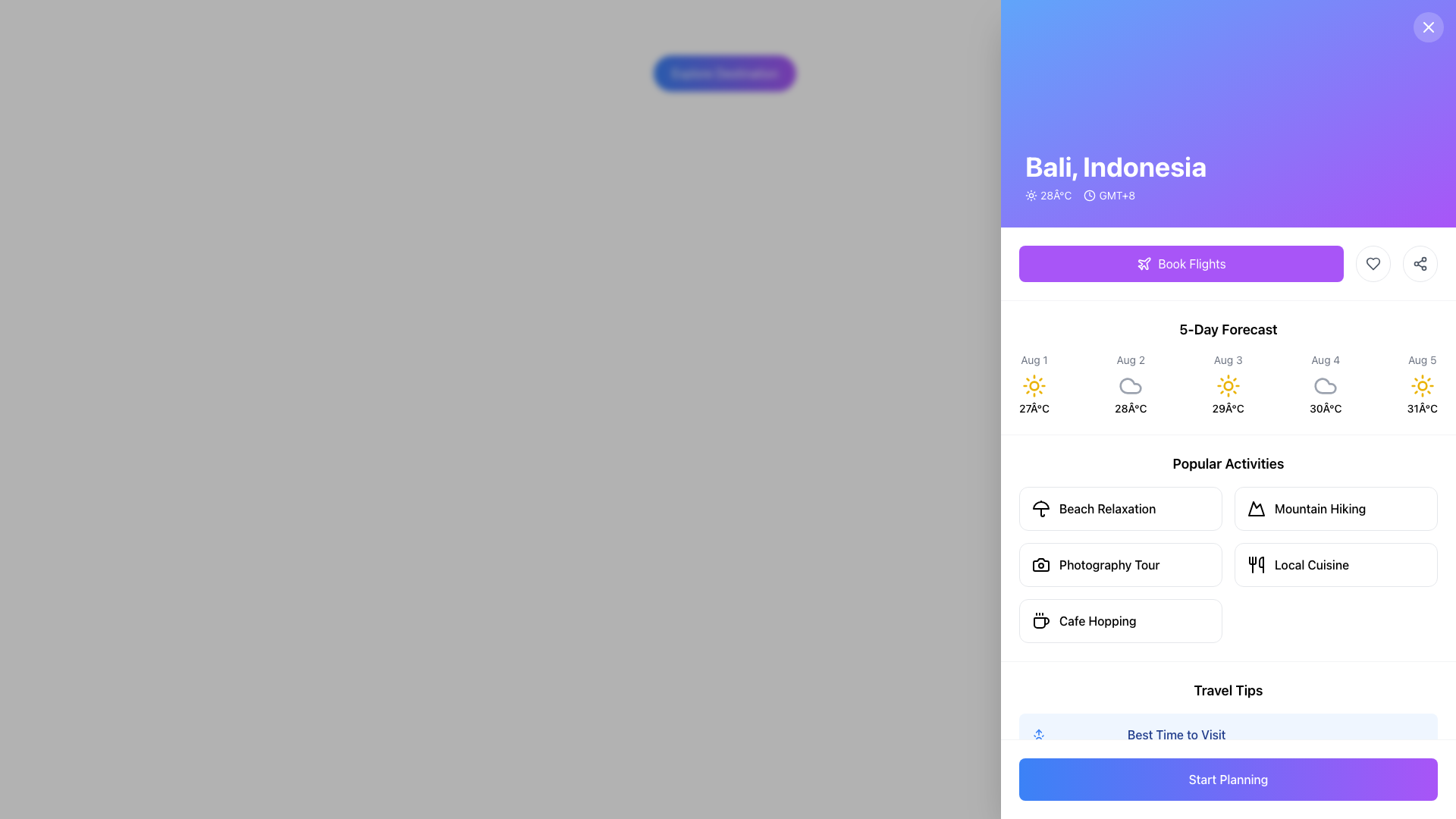  Describe the element at coordinates (1106, 509) in the screenshot. I see `the text label displaying 'Beach Relaxation' in the first card of the 'Popular Activities' section` at that location.